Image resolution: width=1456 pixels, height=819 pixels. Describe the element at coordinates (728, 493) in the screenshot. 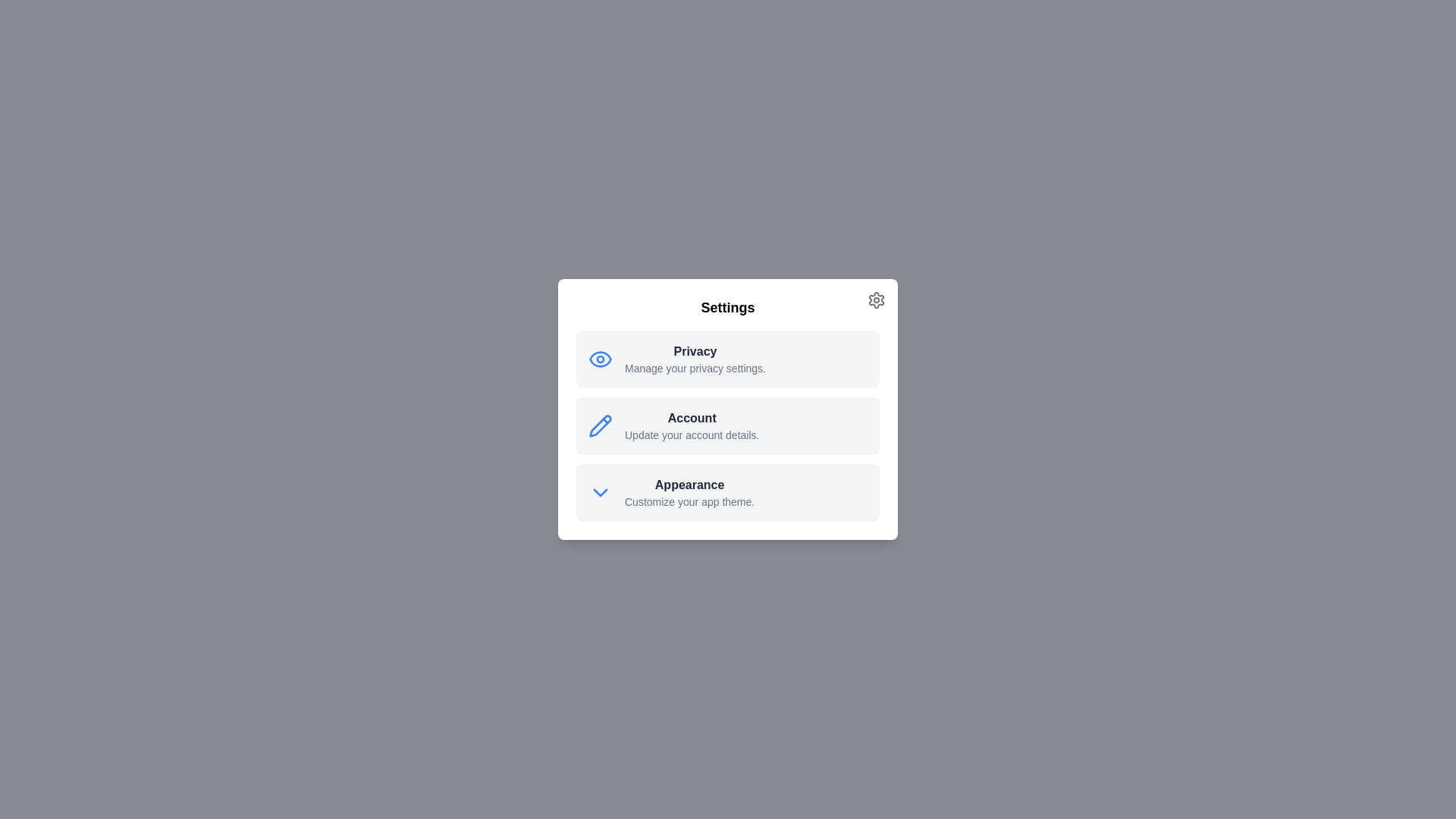

I see `the Appearance option to observe additional effects` at that location.